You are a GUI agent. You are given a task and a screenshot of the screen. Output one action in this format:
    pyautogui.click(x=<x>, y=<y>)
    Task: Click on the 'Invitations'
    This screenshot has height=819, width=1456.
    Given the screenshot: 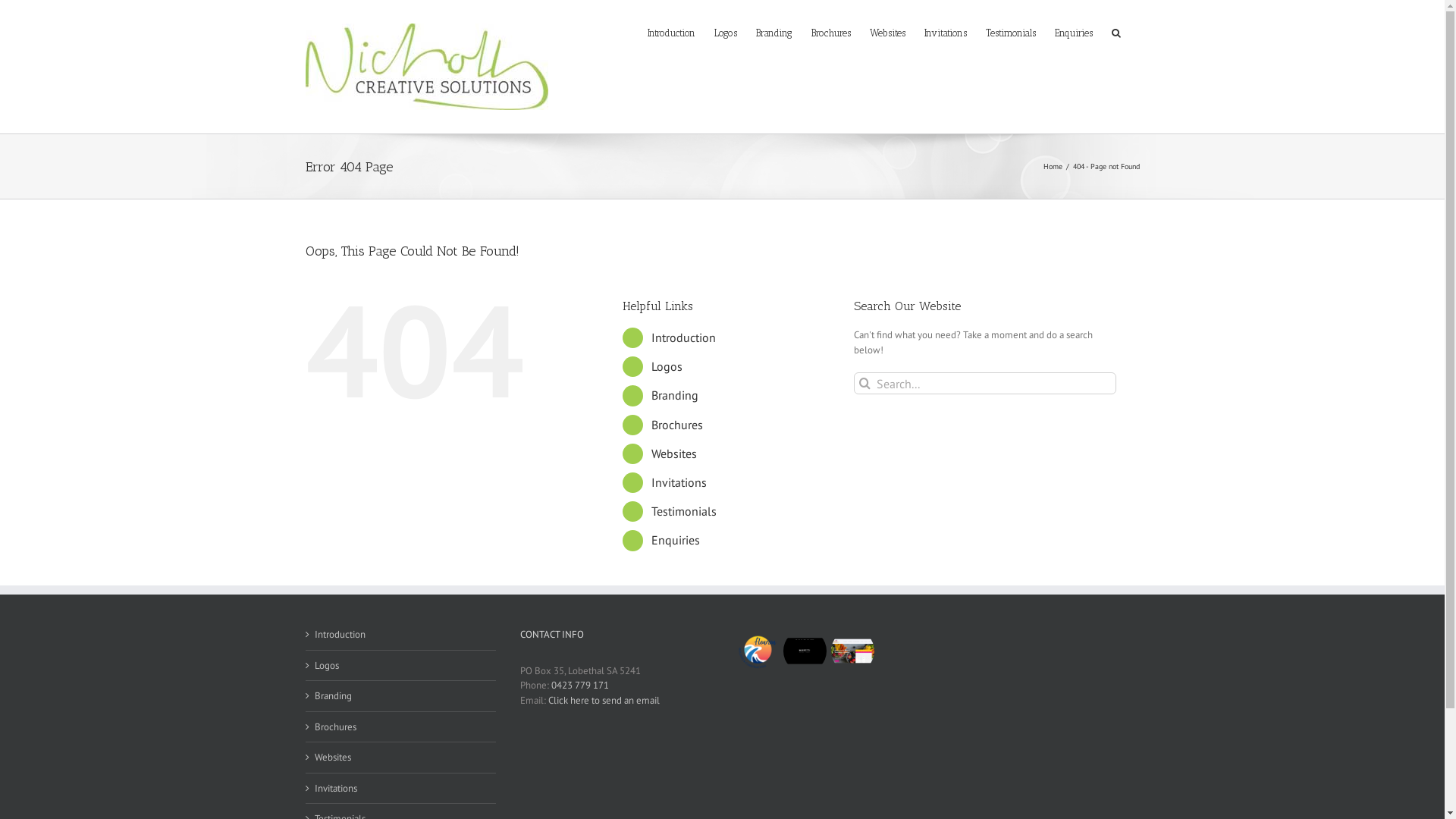 What is the action you would take?
    pyautogui.click(x=400, y=788)
    